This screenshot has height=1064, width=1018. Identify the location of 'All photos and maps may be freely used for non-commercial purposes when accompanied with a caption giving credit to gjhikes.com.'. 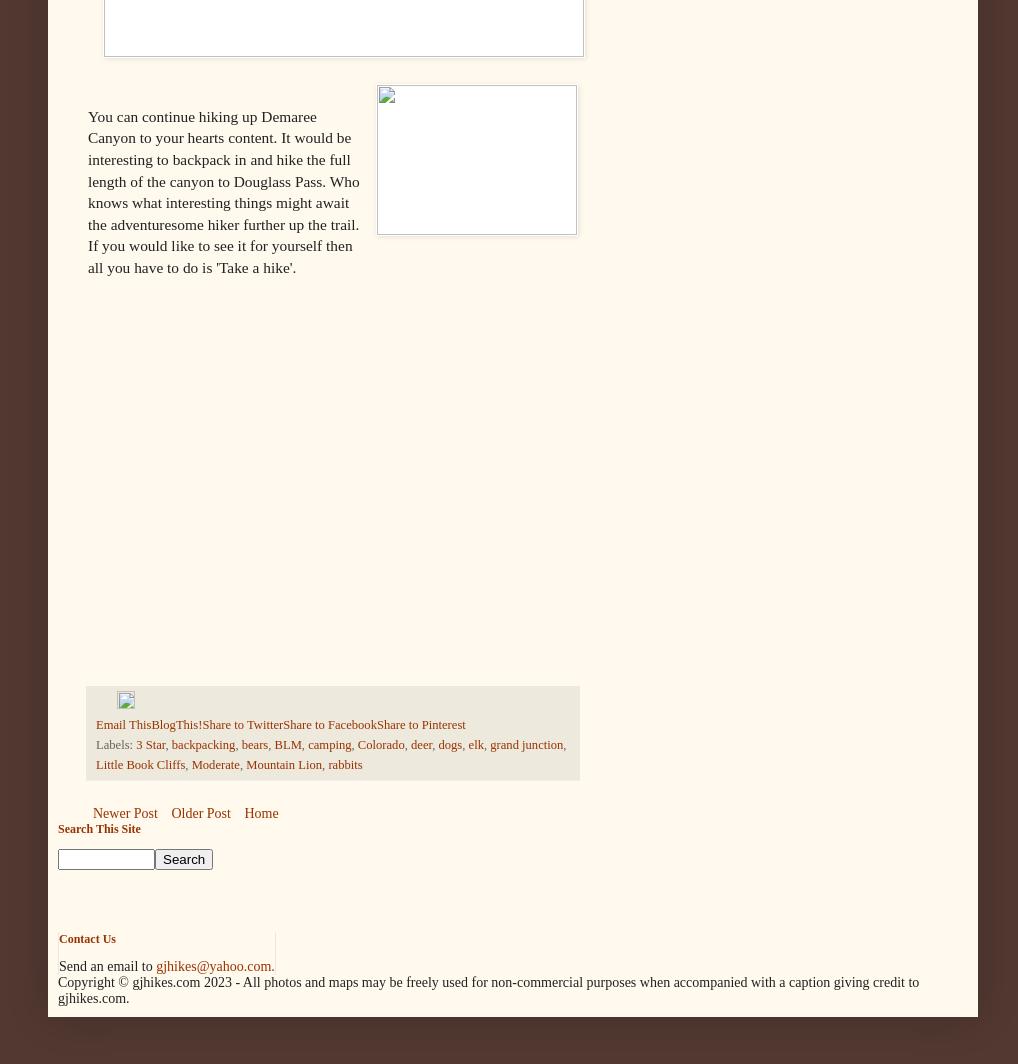
(488, 990).